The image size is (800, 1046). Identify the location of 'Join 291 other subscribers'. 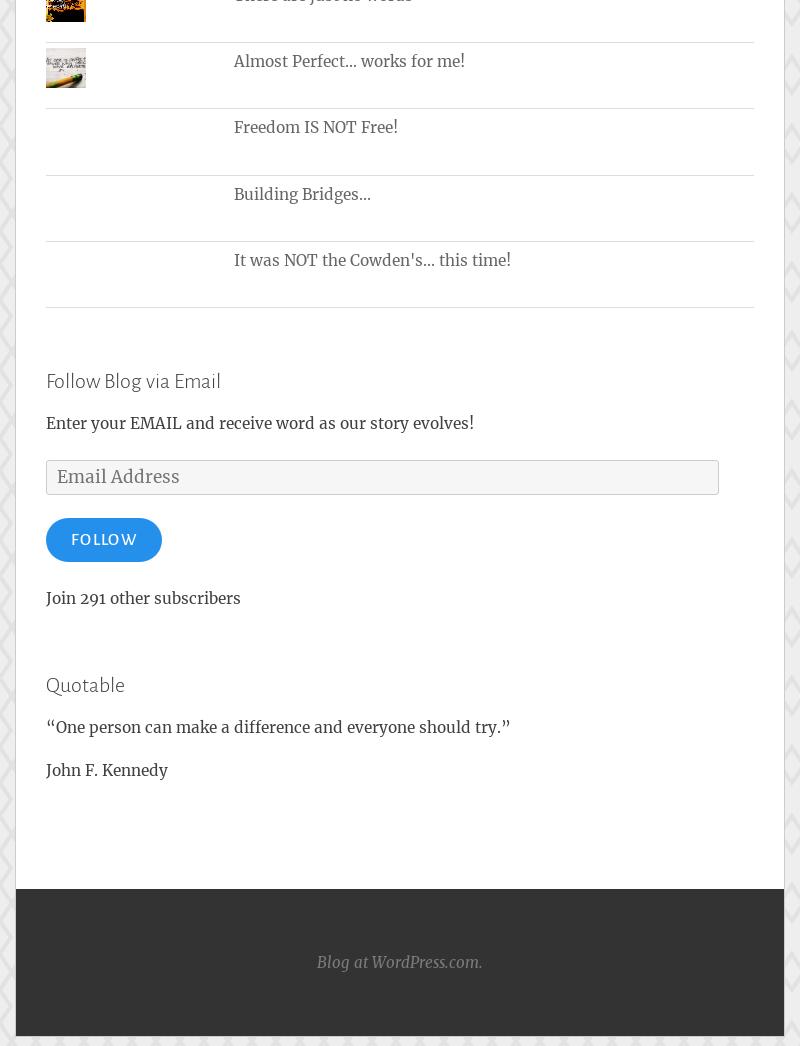
(143, 597).